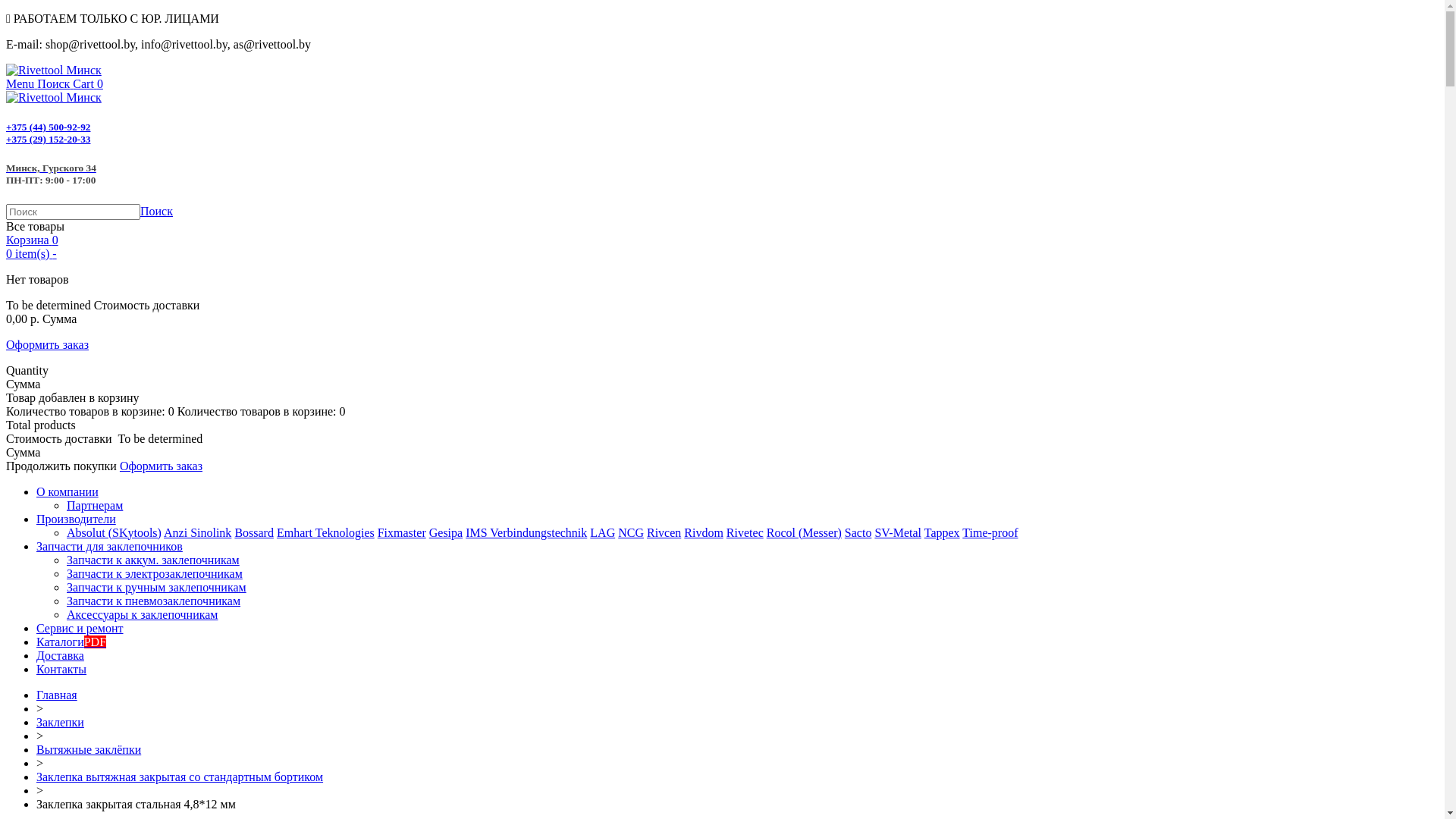  I want to click on 'Gesipa', so click(445, 532).